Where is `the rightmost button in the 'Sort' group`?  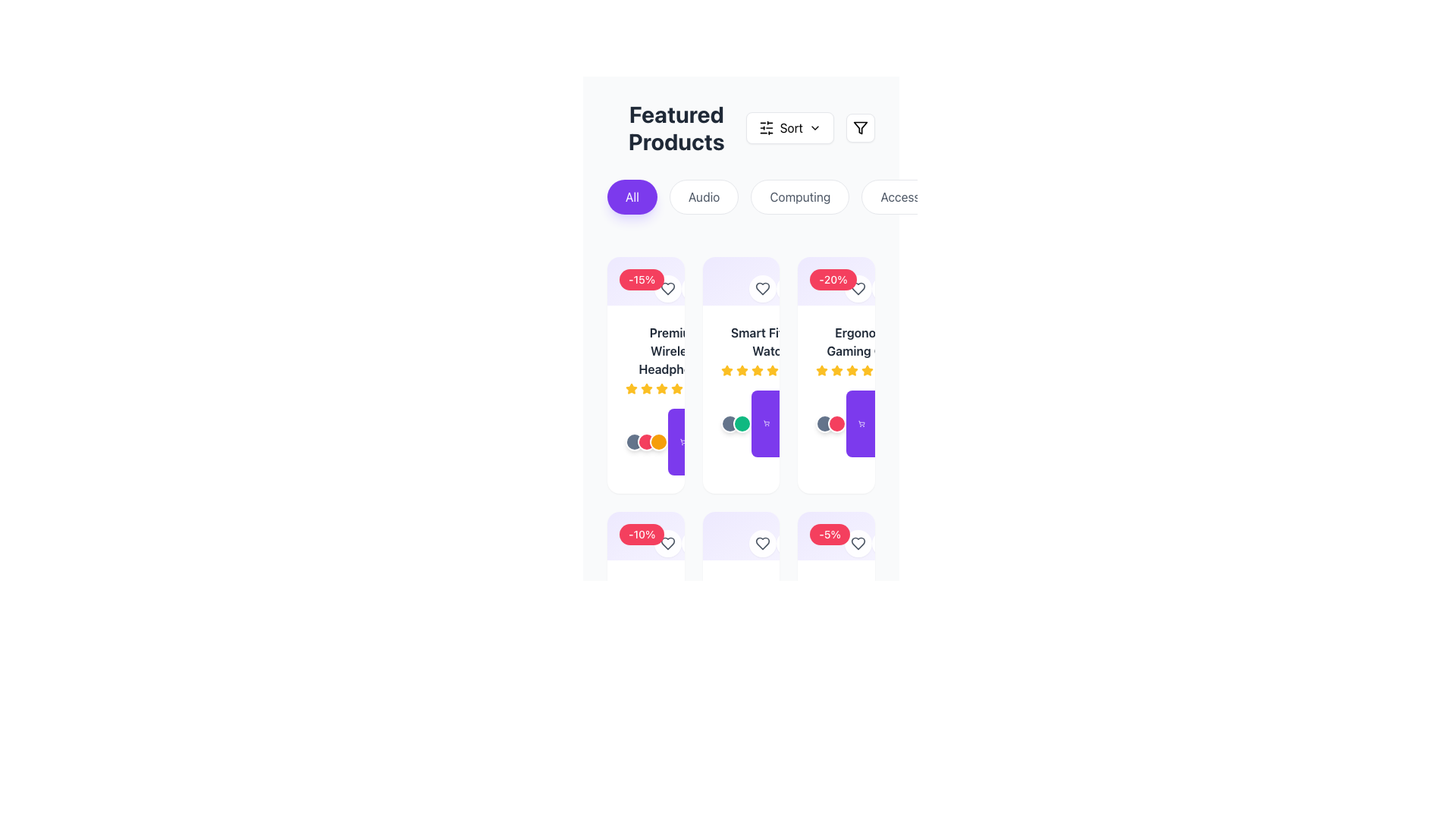
the rightmost button in the 'Sort' group is located at coordinates (860, 127).